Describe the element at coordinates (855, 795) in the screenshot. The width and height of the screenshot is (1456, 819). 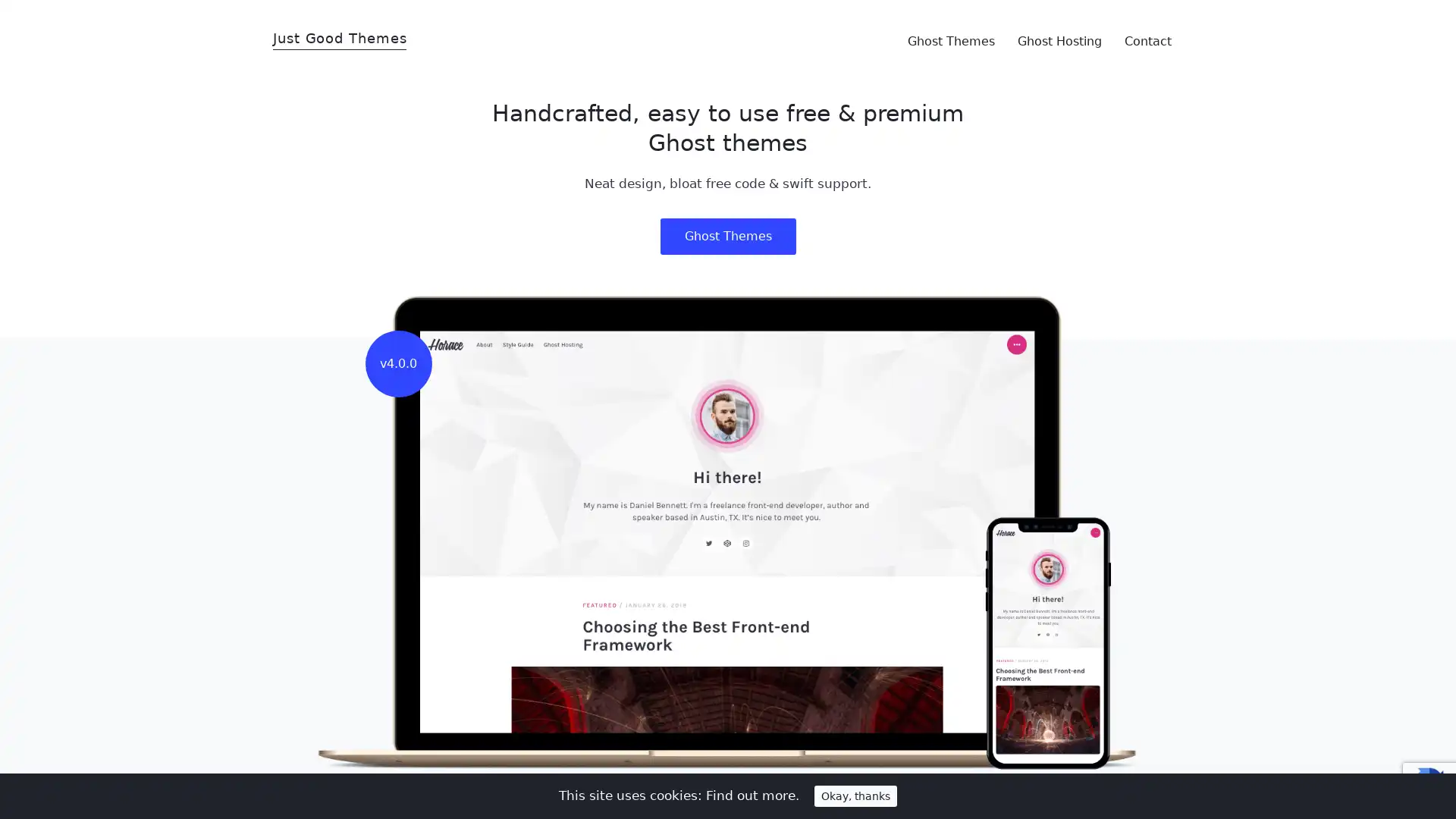
I see `Okay, thanks` at that location.